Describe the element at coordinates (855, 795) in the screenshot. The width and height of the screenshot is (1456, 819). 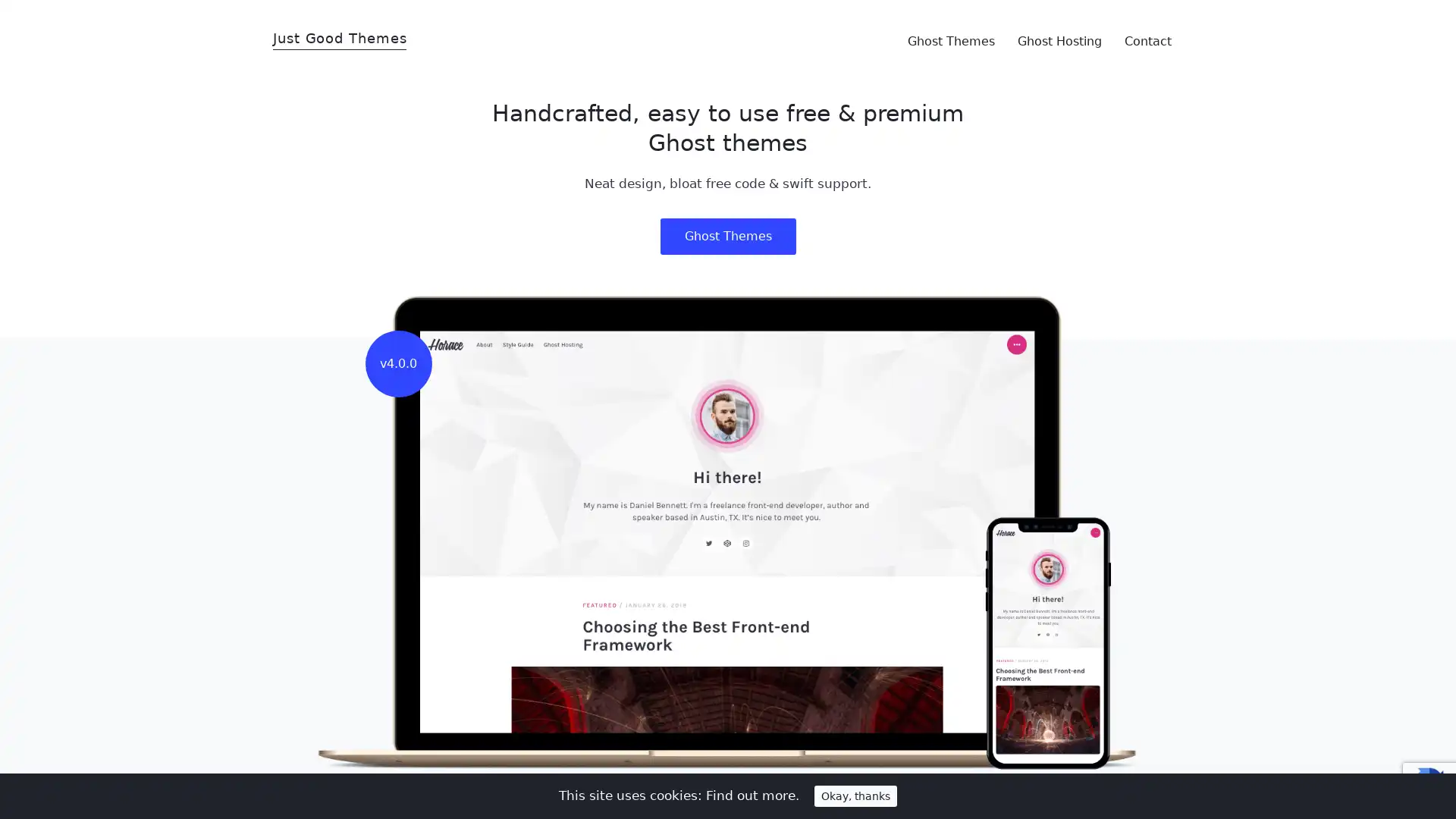
I see `Okay, thanks` at that location.